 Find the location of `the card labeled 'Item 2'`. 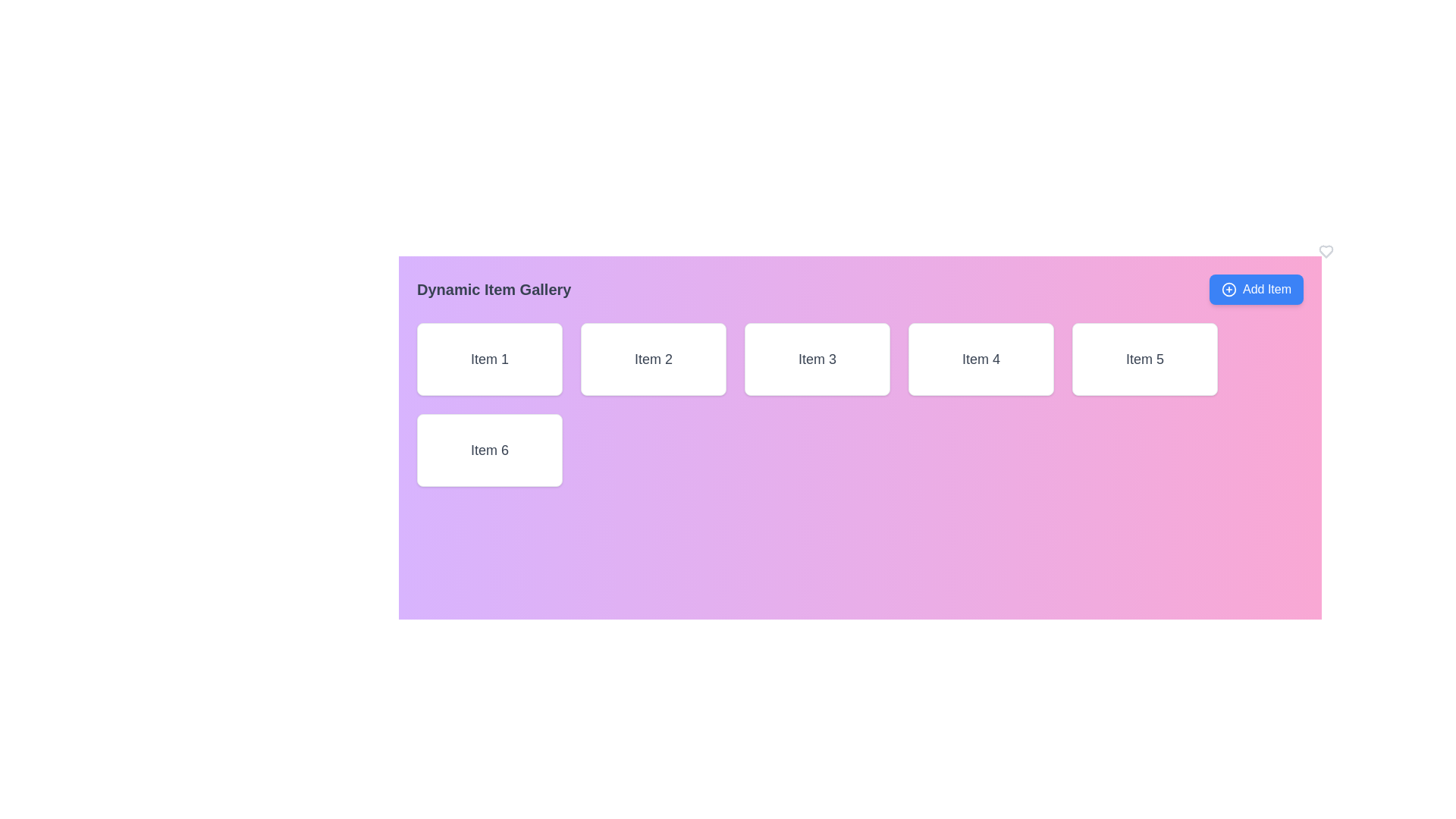

the card labeled 'Item 2' is located at coordinates (654, 359).